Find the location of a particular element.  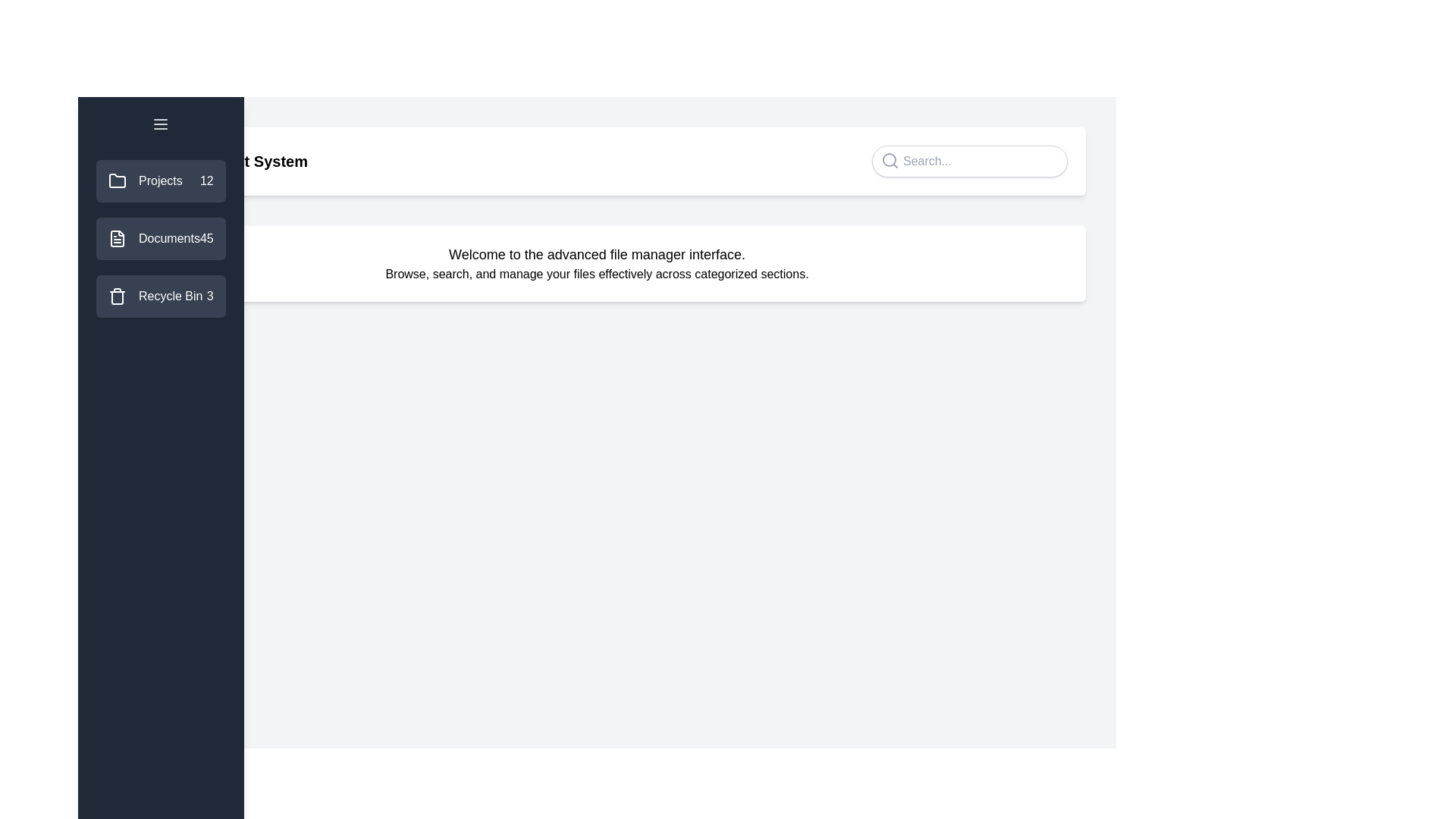

the category Documents in the sidebar is located at coordinates (160, 239).